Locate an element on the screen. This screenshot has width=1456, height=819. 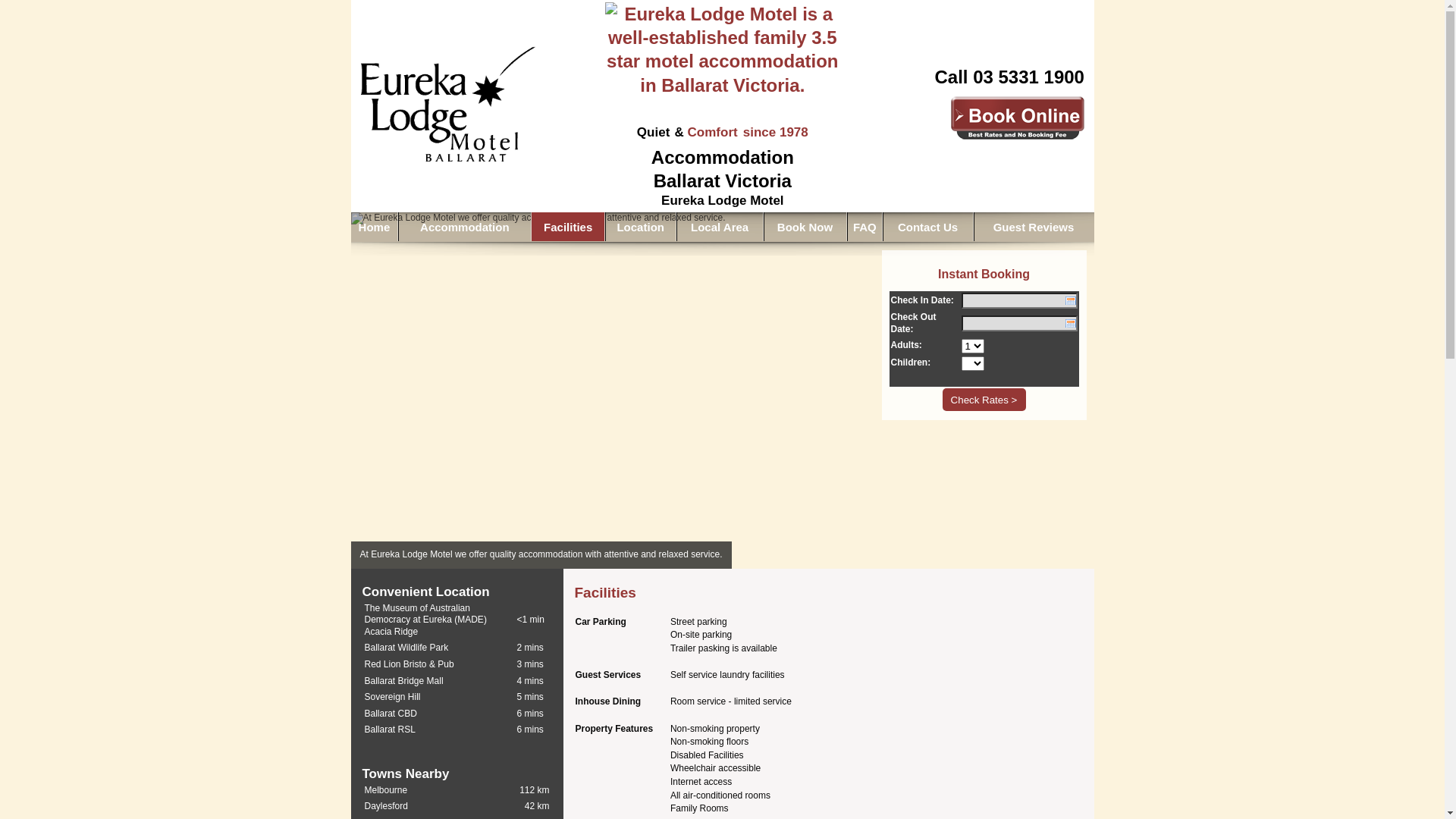
'Local Area' is located at coordinates (719, 227).